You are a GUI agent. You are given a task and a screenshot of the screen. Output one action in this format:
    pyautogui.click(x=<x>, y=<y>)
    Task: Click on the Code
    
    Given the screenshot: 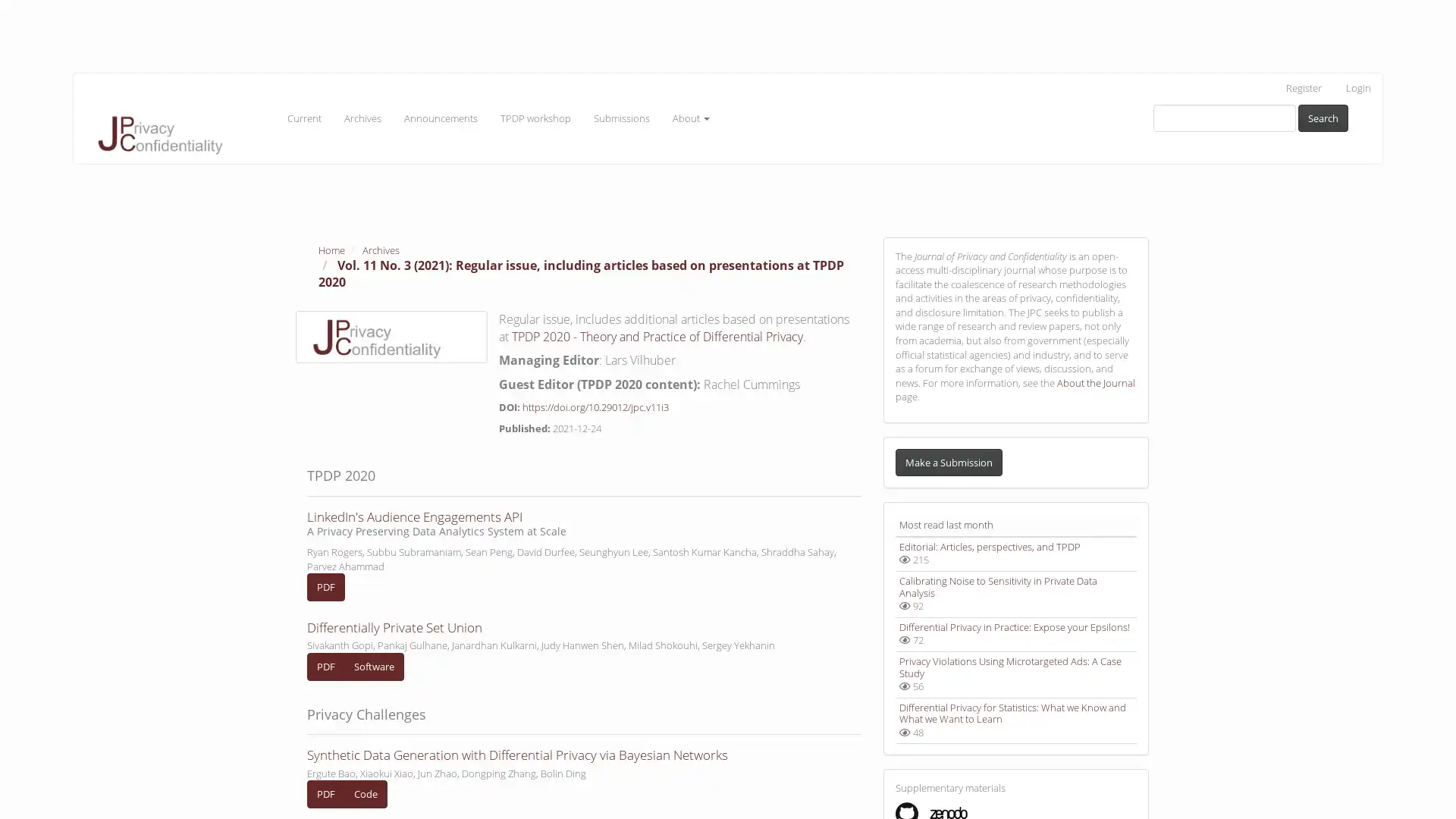 What is the action you would take?
    pyautogui.click(x=366, y=792)
    